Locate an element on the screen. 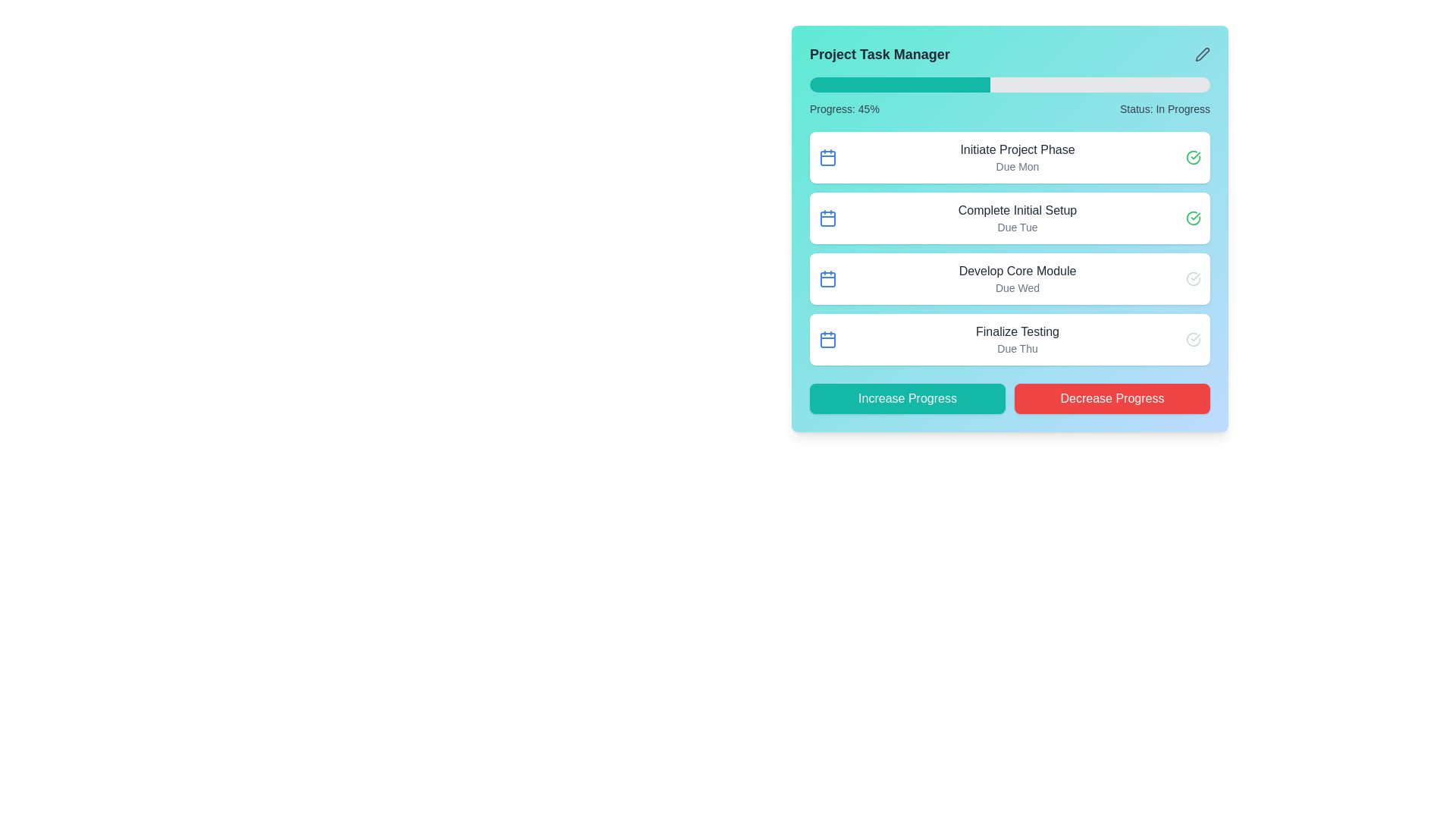 This screenshot has height=819, width=1456. text of the label that identifies the third task in the task management interface, located immediately above the 'Due Wed' text is located at coordinates (1018, 271).